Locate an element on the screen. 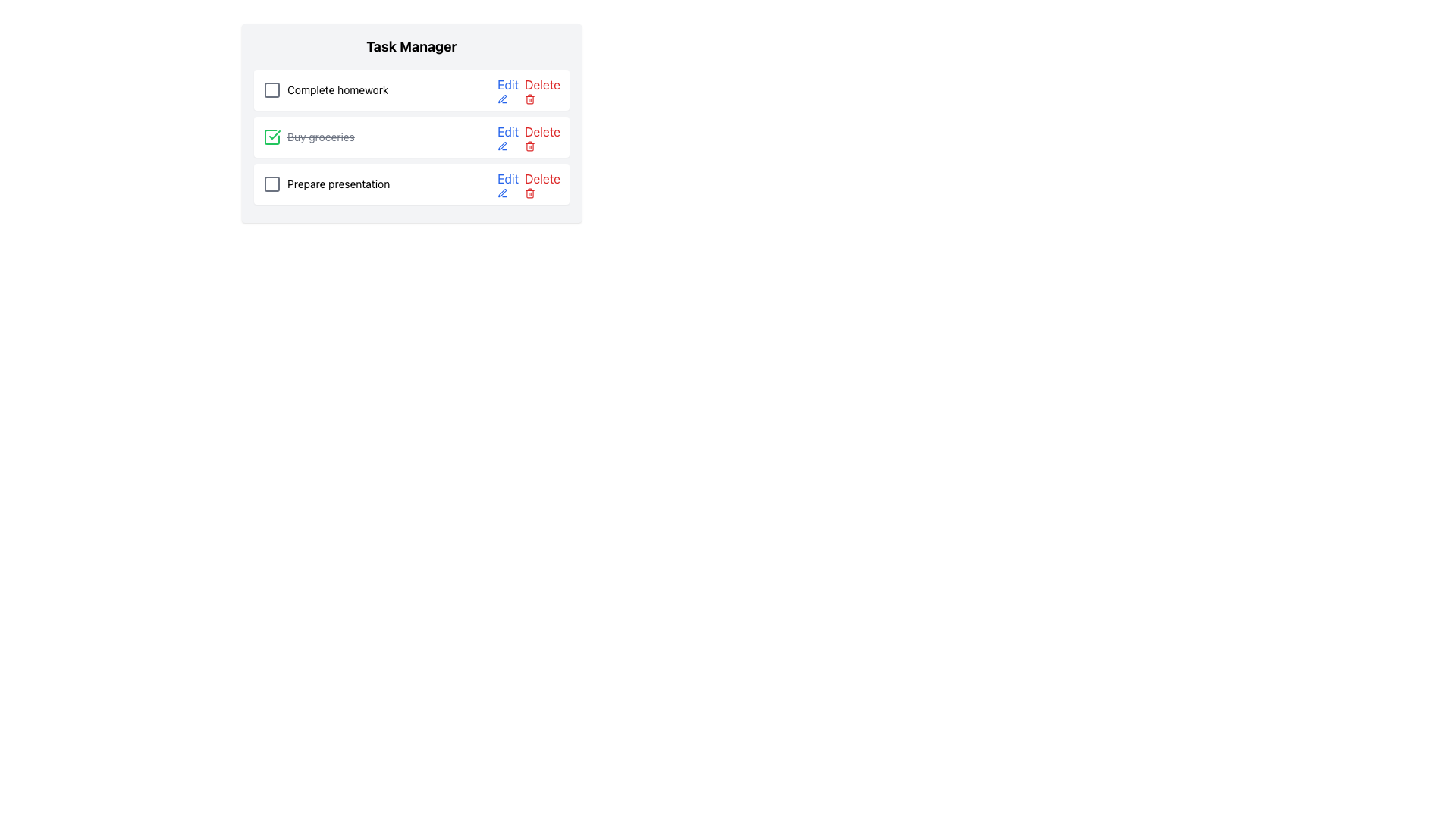 Image resolution: width=1456 pixels, height=819 pixels. the checkbox for the task 'Complete homework', which is the first visual component aligned to the left of the text label is located at coordinates (272, 90).